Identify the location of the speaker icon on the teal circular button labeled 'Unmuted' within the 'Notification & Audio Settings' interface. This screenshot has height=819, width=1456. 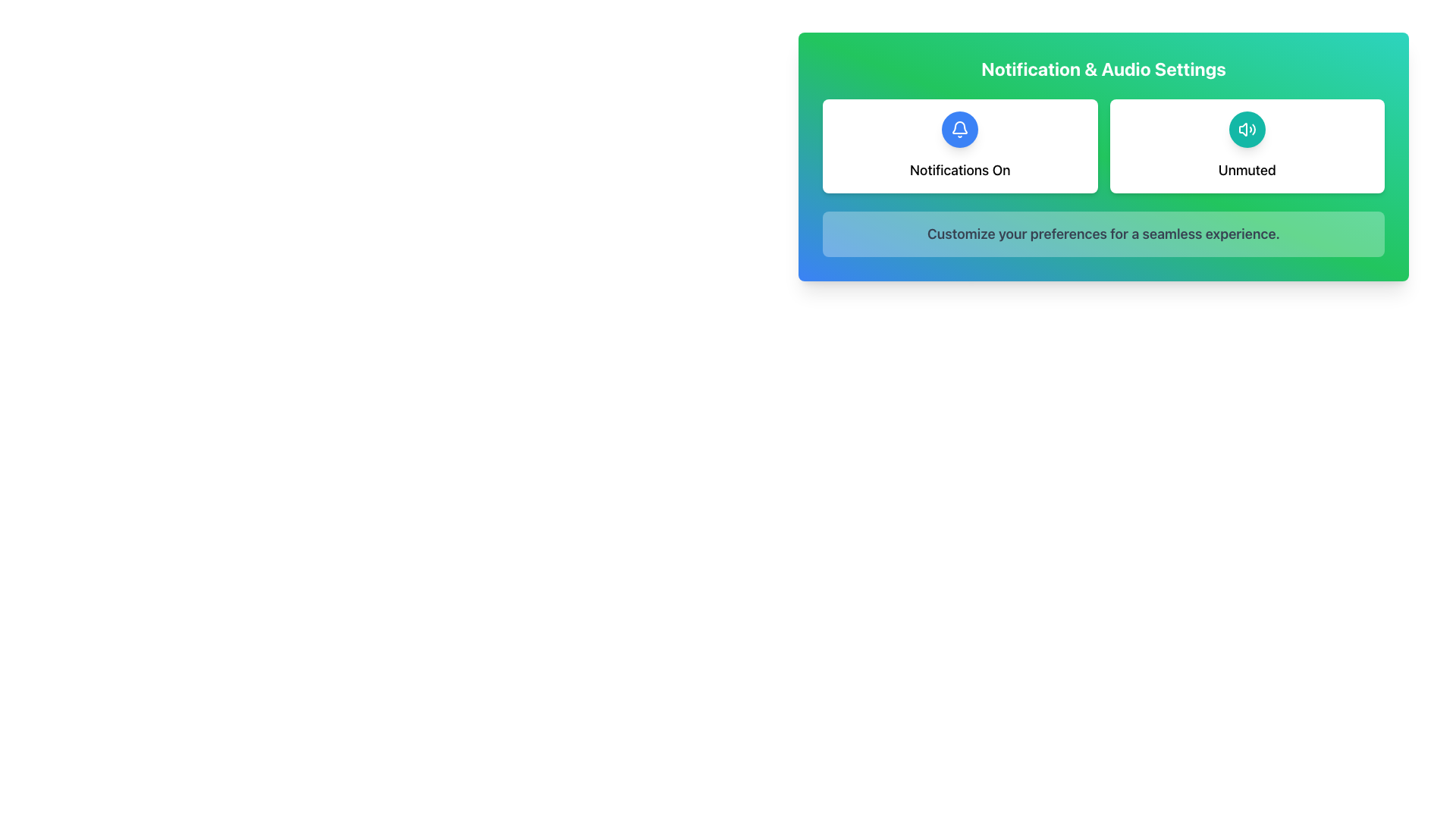
(1247, 128).